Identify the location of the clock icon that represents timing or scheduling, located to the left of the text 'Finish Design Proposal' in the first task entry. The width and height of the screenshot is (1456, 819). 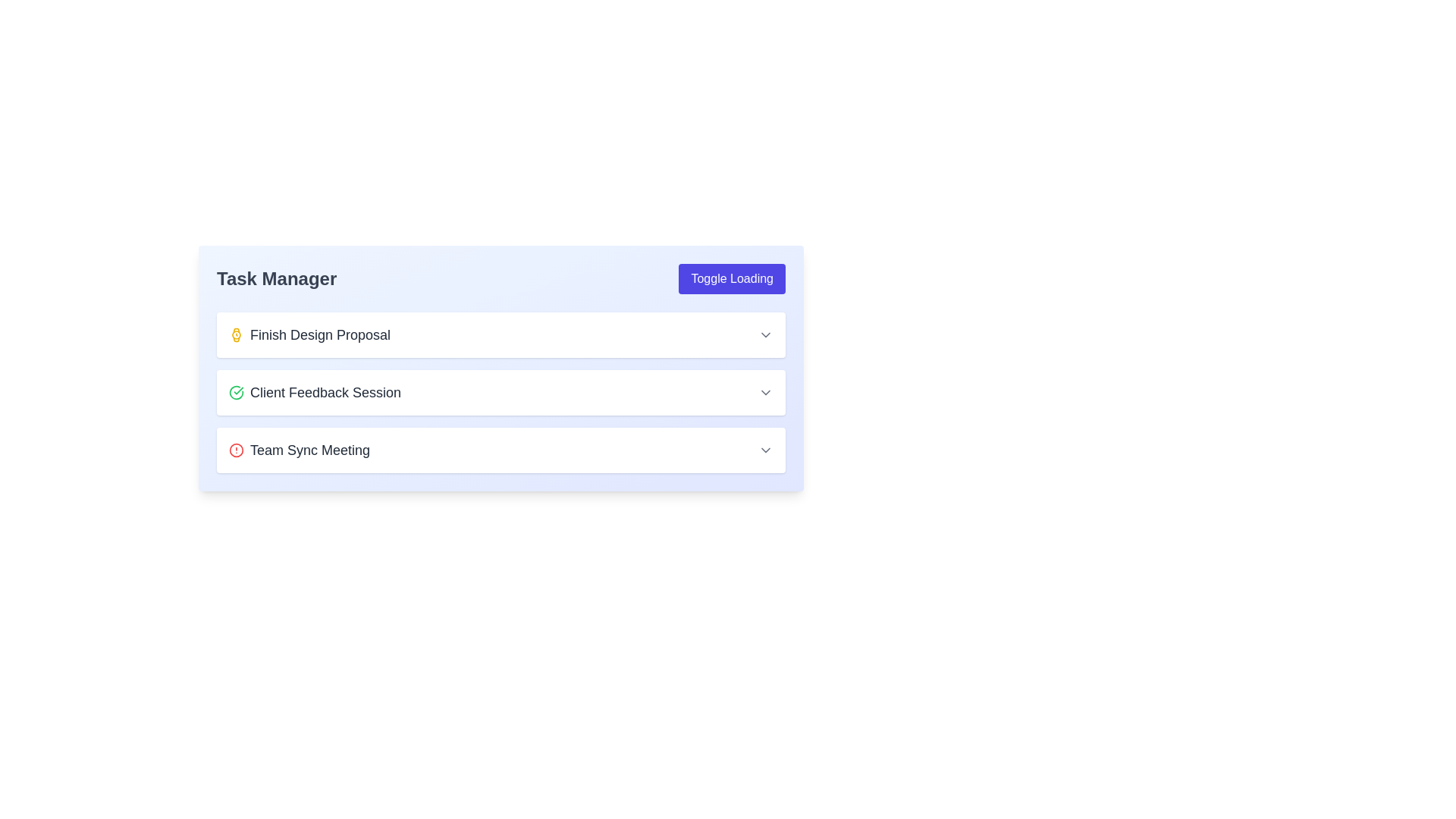
(236, 334).